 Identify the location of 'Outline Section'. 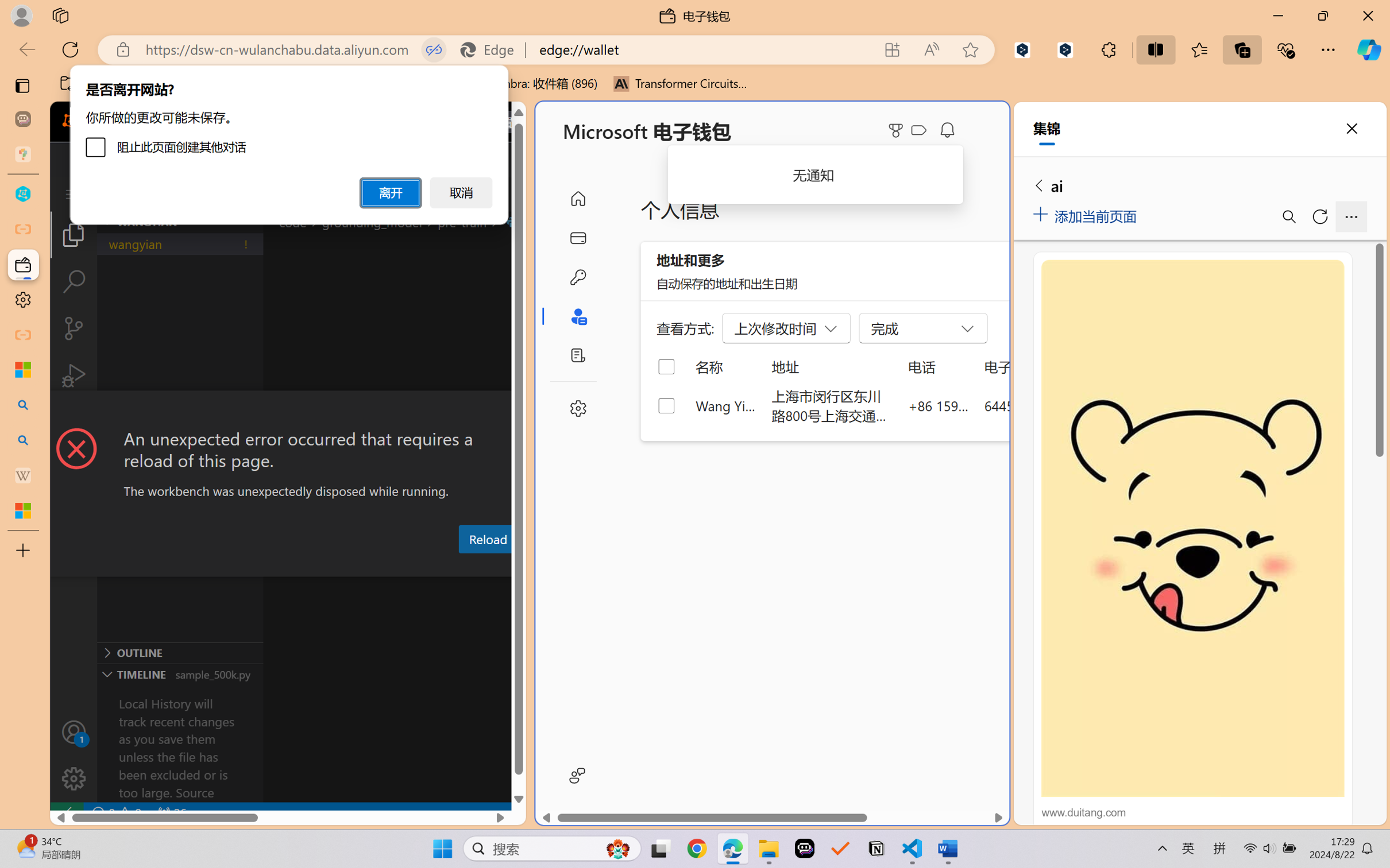
(180, 652).